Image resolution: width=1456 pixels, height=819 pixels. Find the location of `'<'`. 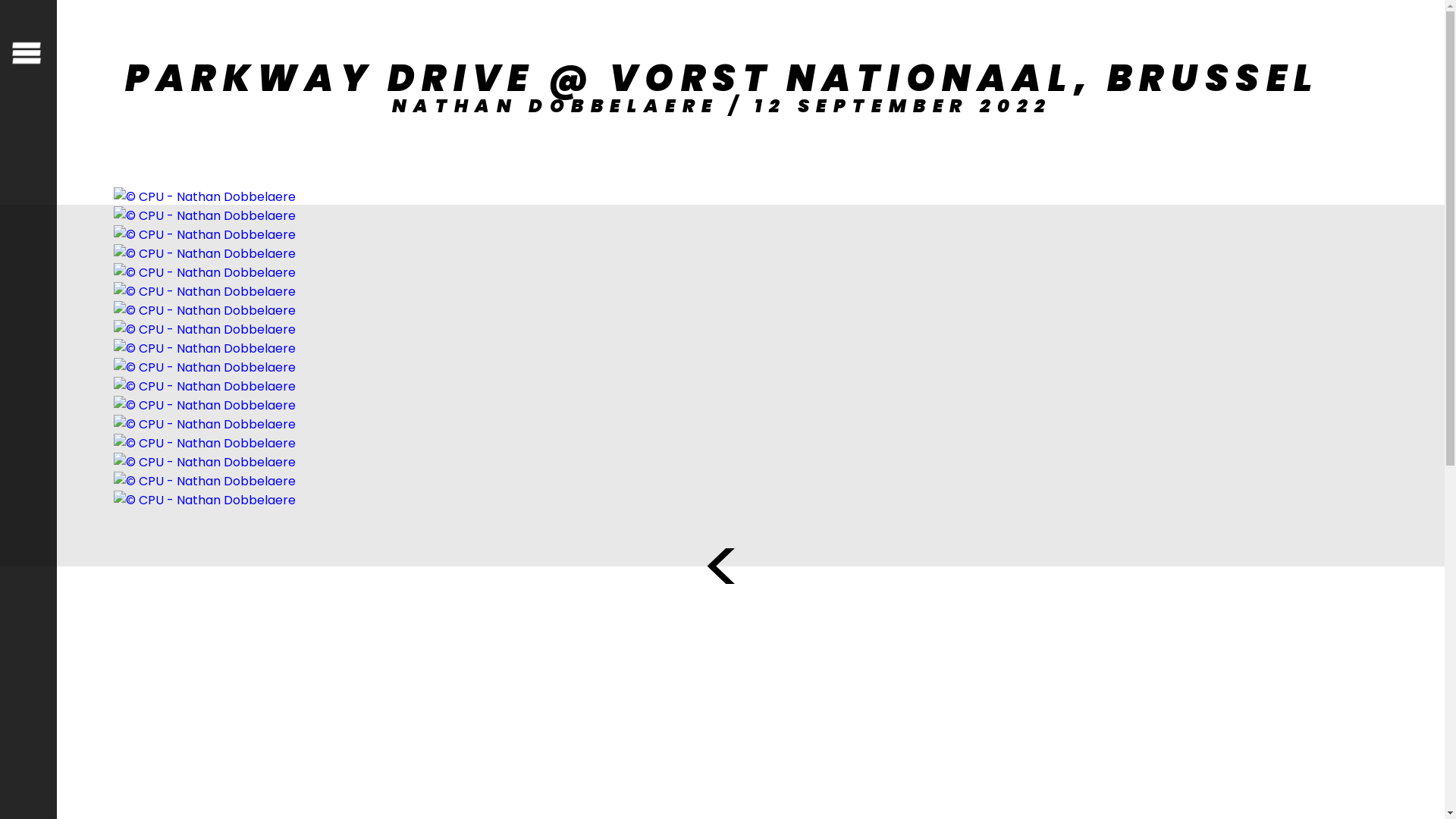

'<' is located at coordinates (721, 567).